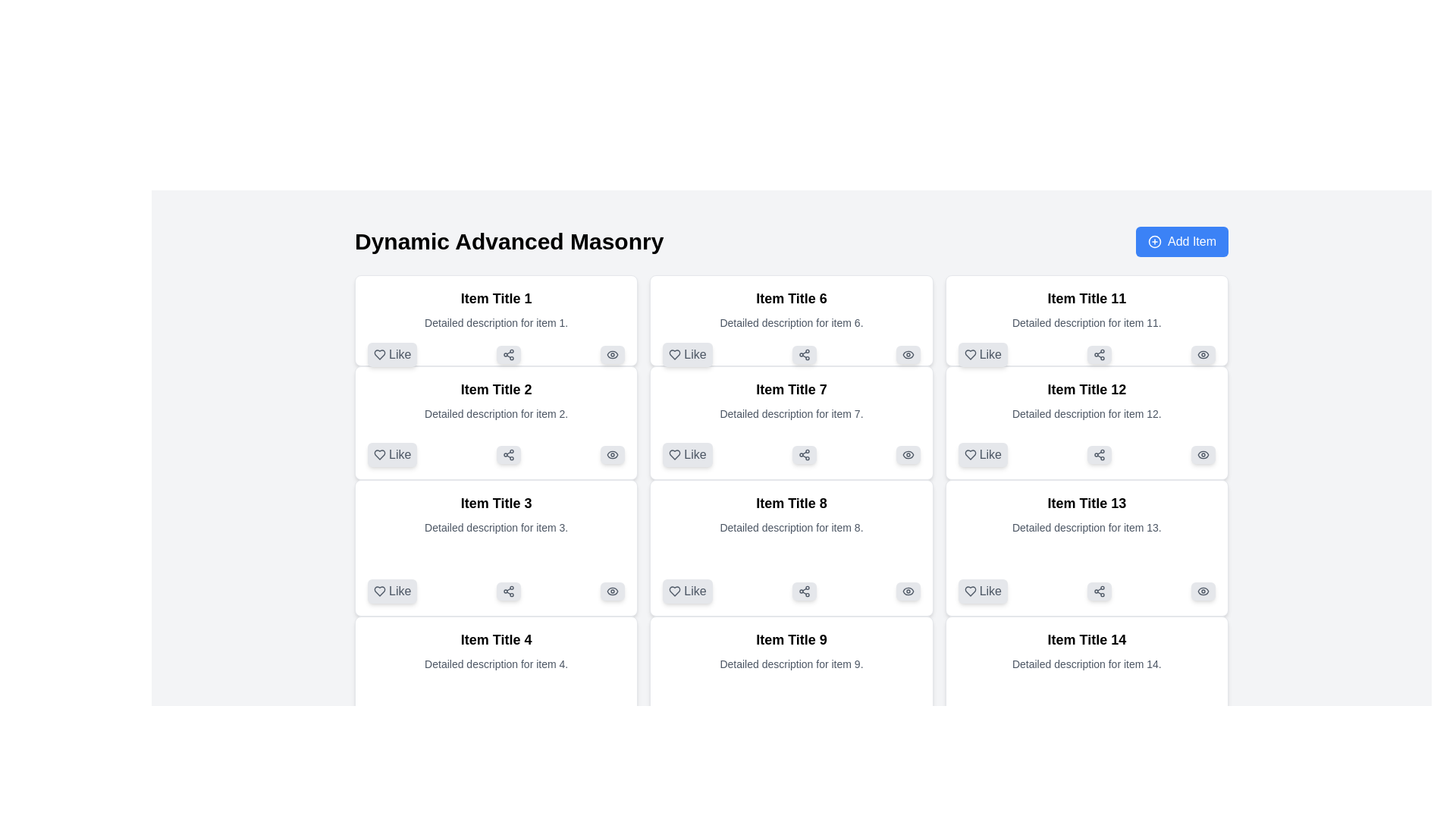 The height and width of the screenshot is (819, 1456). Describe the element at coordinates (1086, 640) in the screenshot. I see `the static text element that serves as the title for 'Item 14', which is located at the top of its item card in the fourth column of the bottom row of the grid layout` at that location.